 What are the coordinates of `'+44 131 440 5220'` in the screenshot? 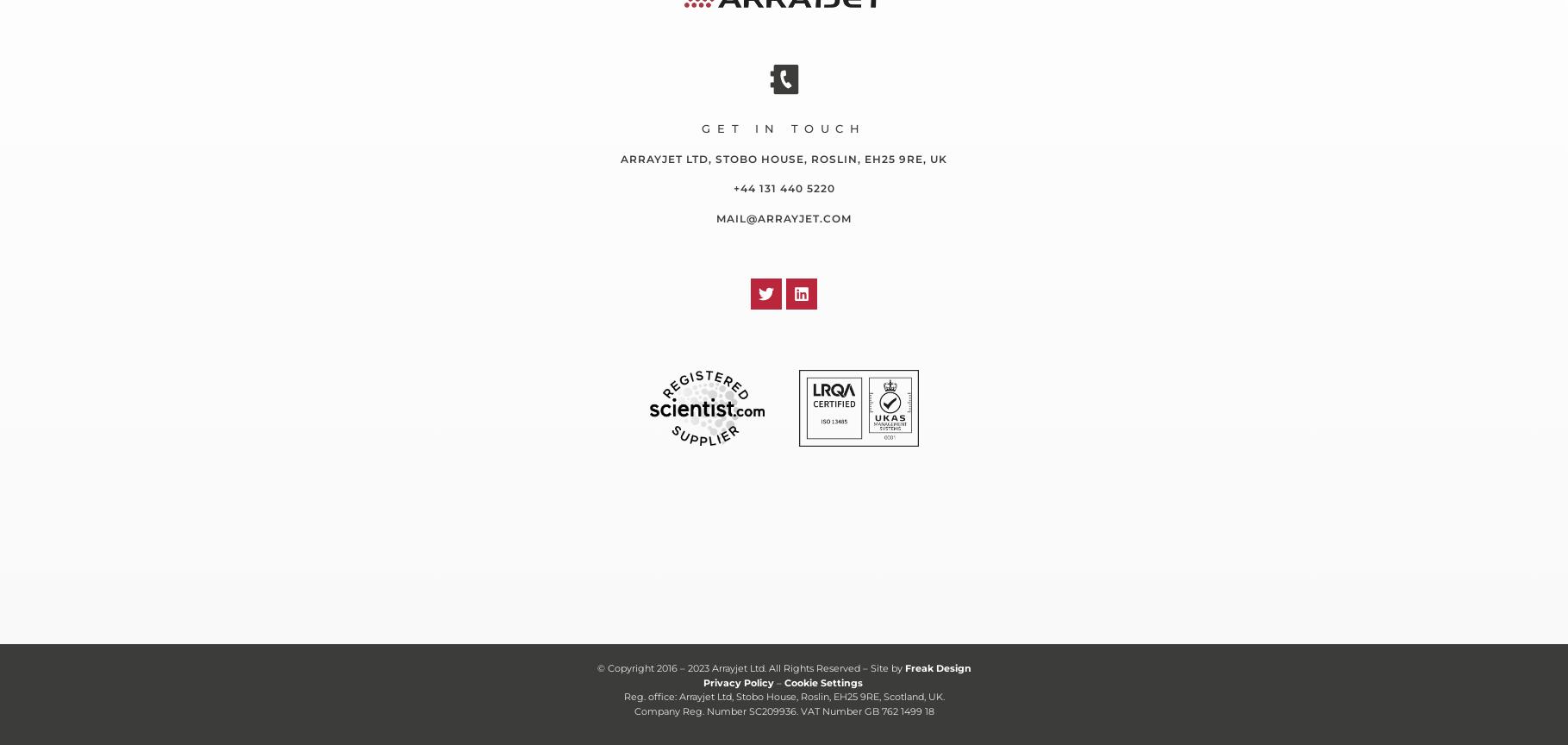 It's located at (783, 188).